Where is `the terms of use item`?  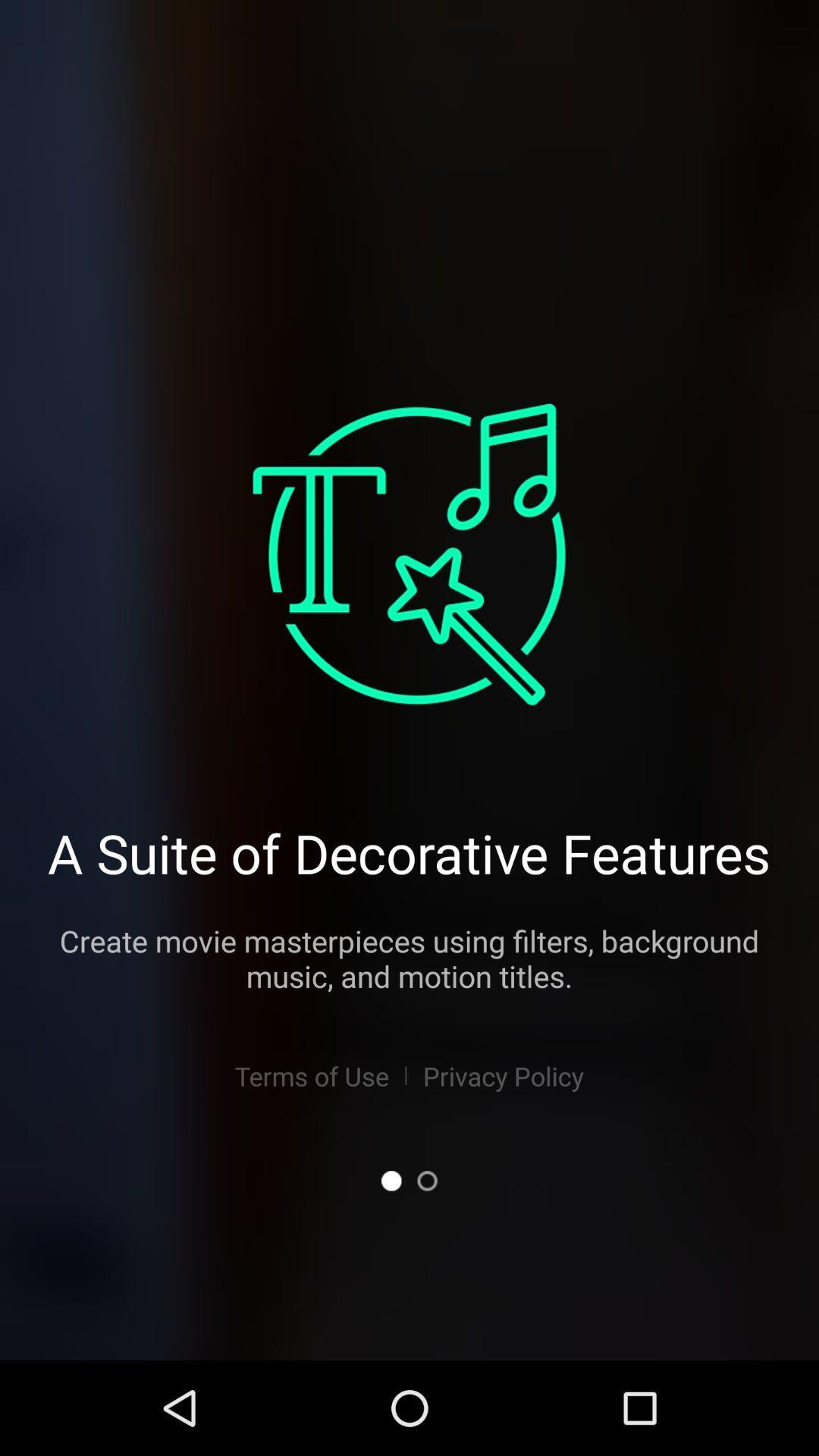 the terms of use item is located at coordinates (311, 1075).